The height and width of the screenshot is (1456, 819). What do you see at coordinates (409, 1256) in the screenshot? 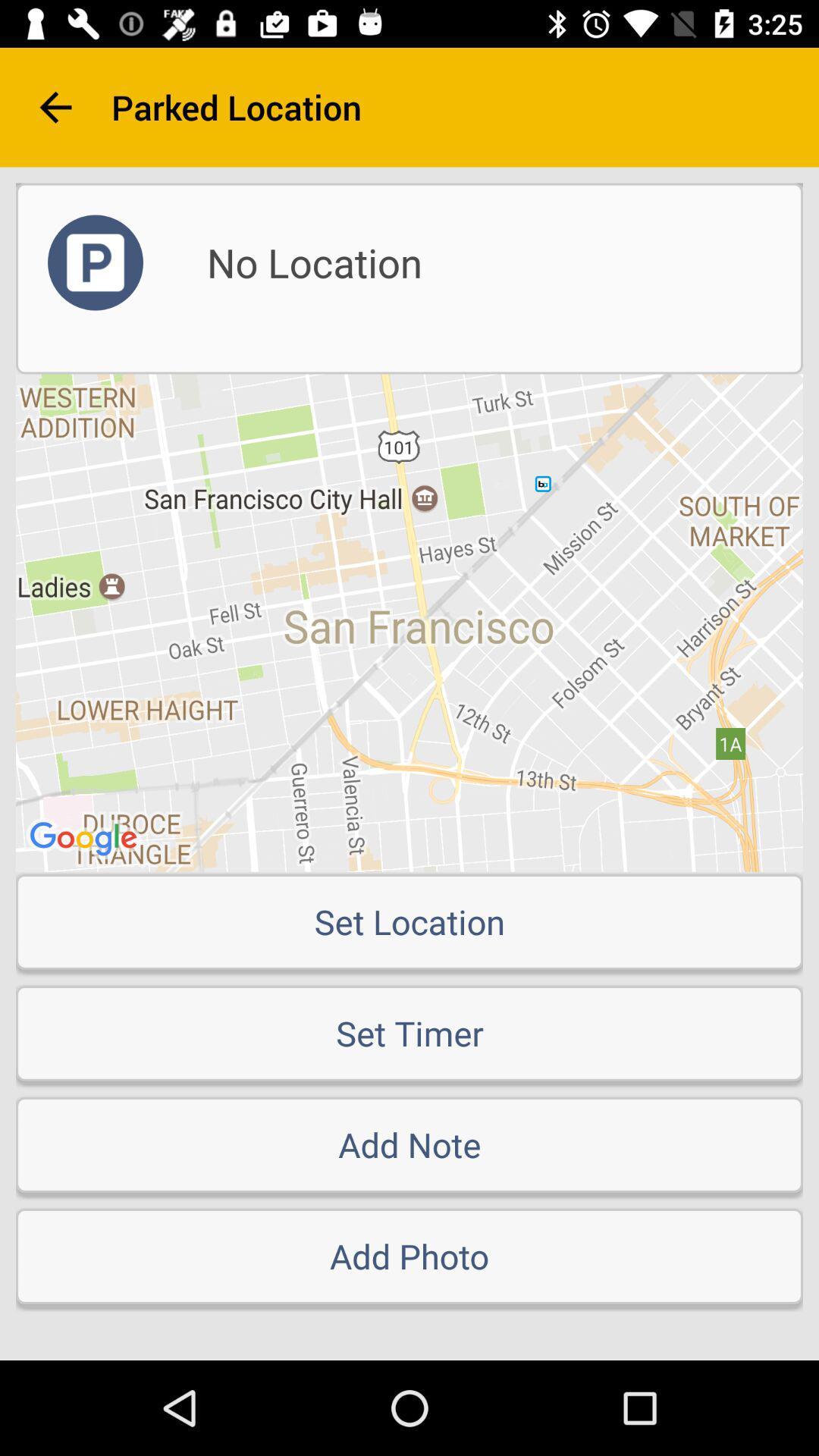
I see `the add photo item` at bounding box center [409, 1256].